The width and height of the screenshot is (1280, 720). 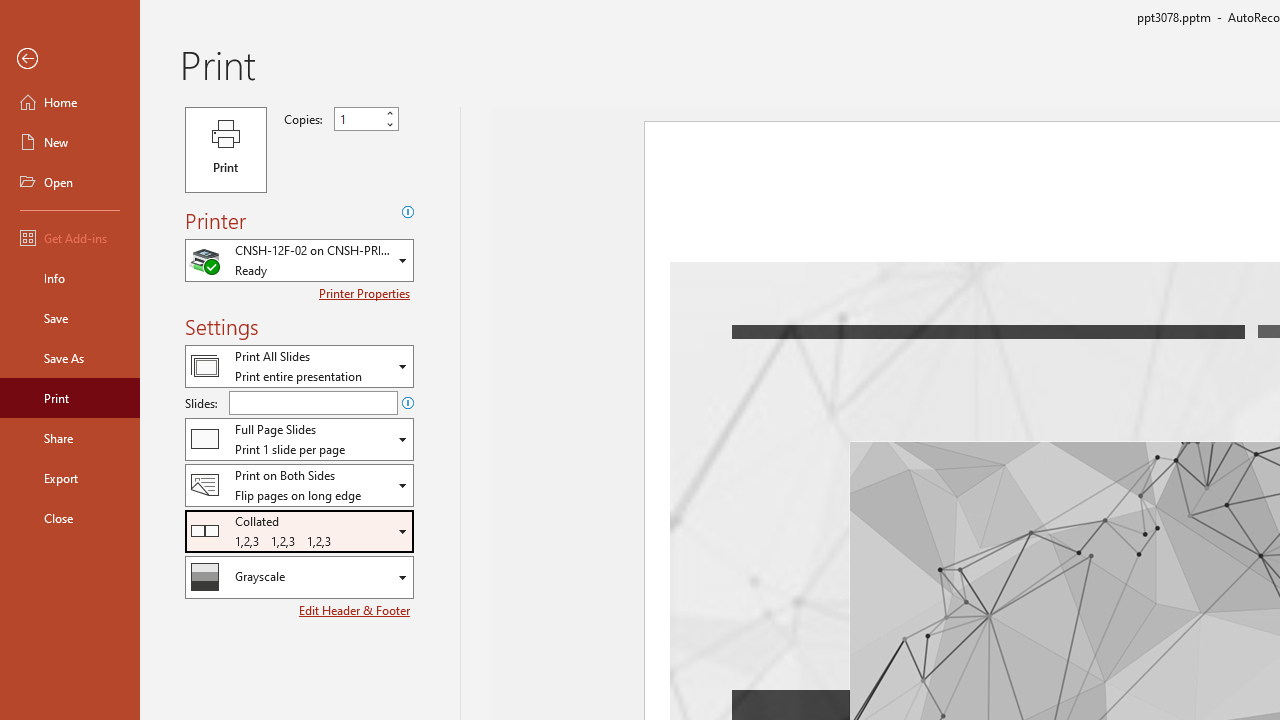 What do you see at coordinates (298, 577) in the screenshot?
I see `'Color/Grayscale'` at bounding box center [298, 577].